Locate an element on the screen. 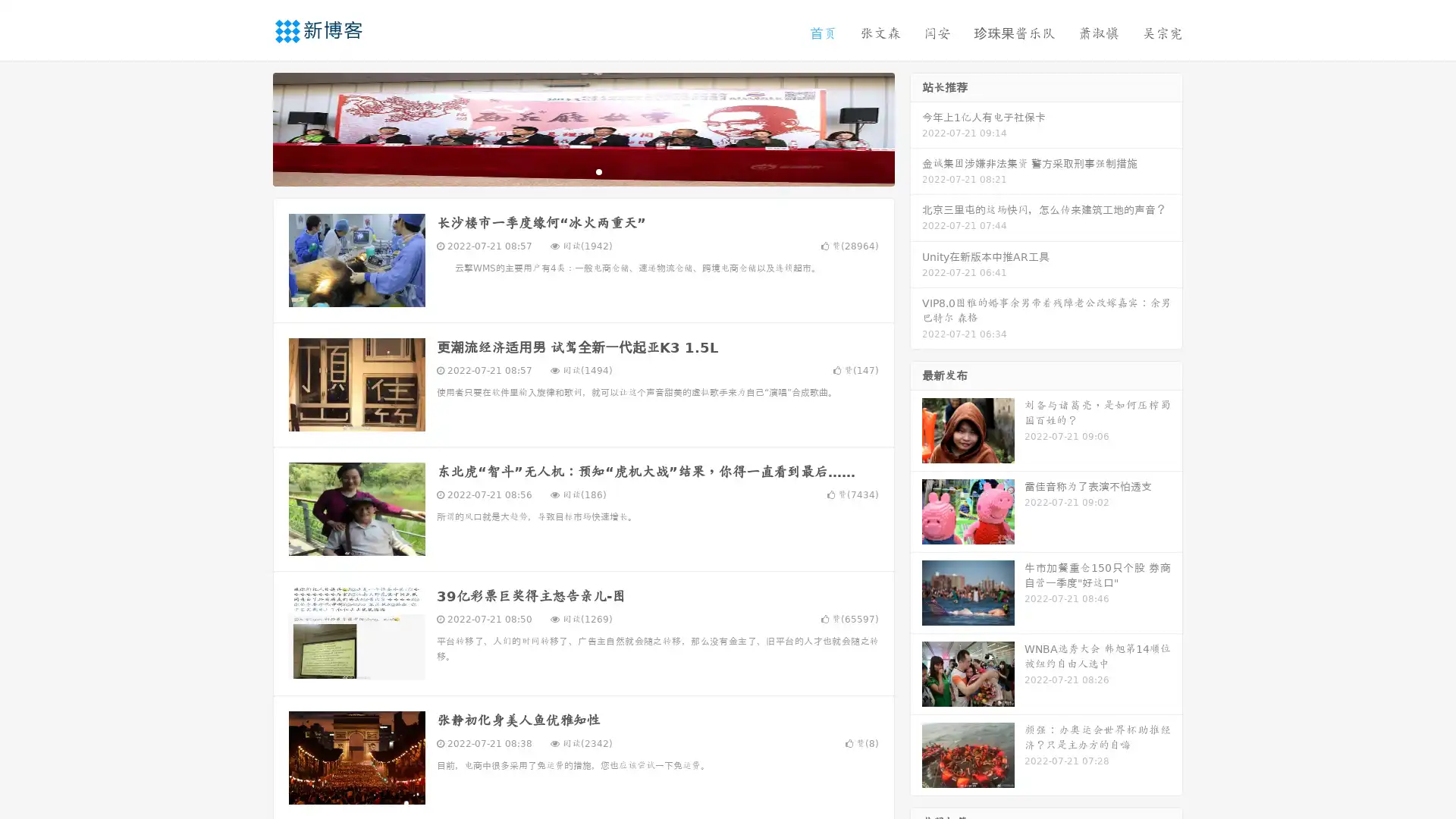 This screenshot has width=1456, height=819. Go to slide 1 is located at coordinates (567, 171).